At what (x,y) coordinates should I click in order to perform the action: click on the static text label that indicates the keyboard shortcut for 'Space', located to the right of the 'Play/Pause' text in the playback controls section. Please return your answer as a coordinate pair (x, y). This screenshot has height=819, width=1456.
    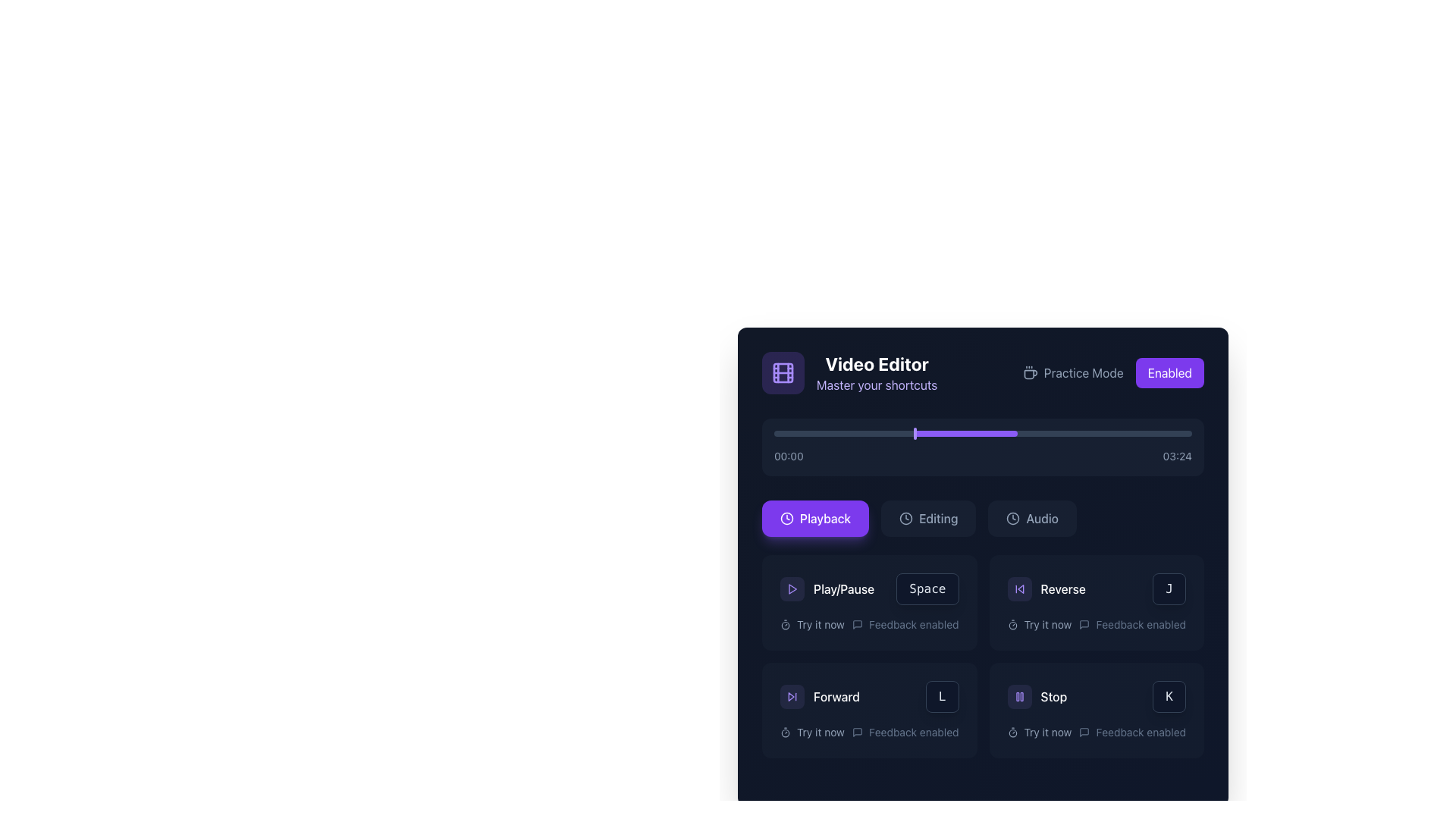
    Looking at the image, I should click on (927, 588).